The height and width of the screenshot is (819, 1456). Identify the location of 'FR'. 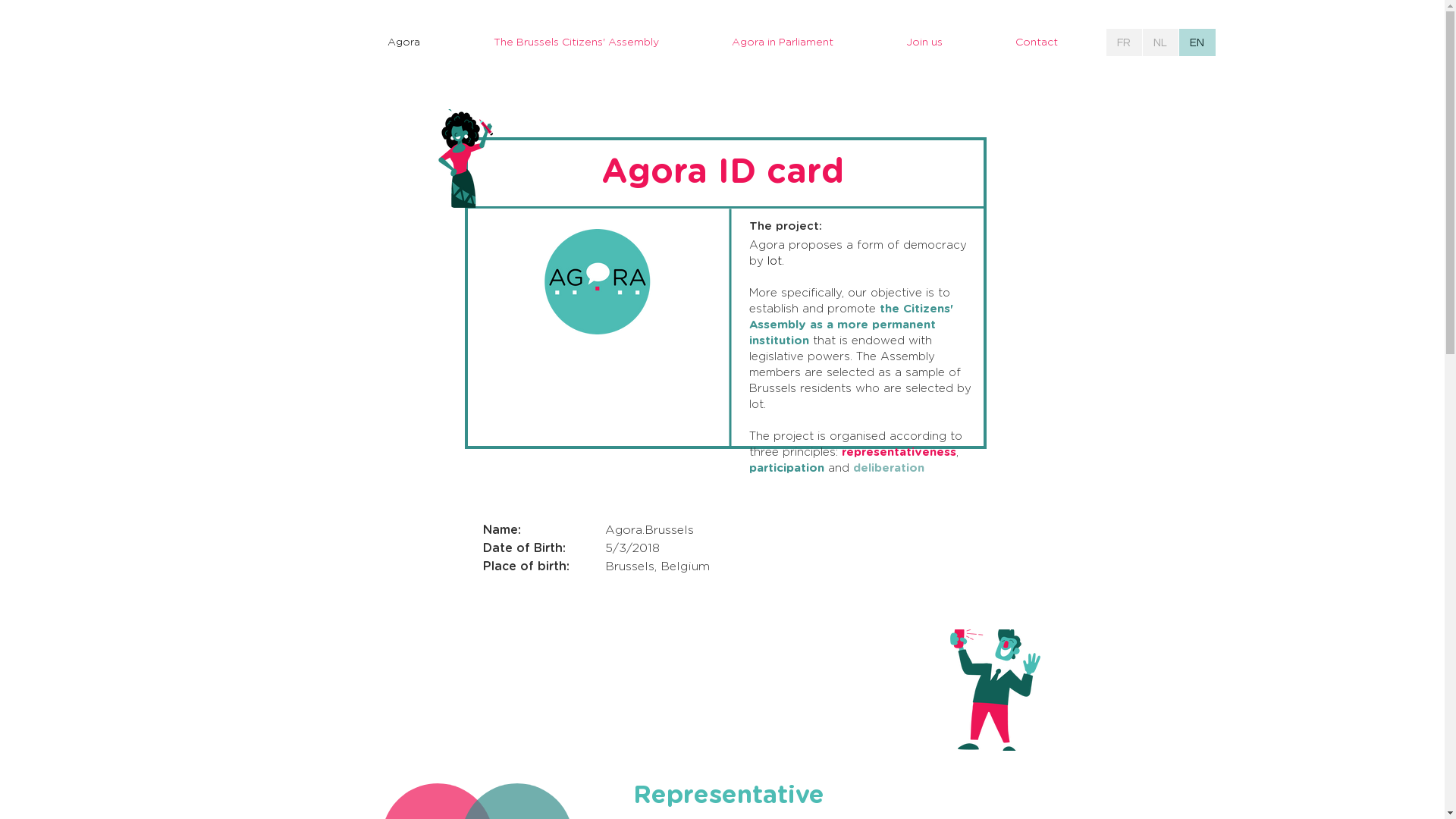
(1123, 42).